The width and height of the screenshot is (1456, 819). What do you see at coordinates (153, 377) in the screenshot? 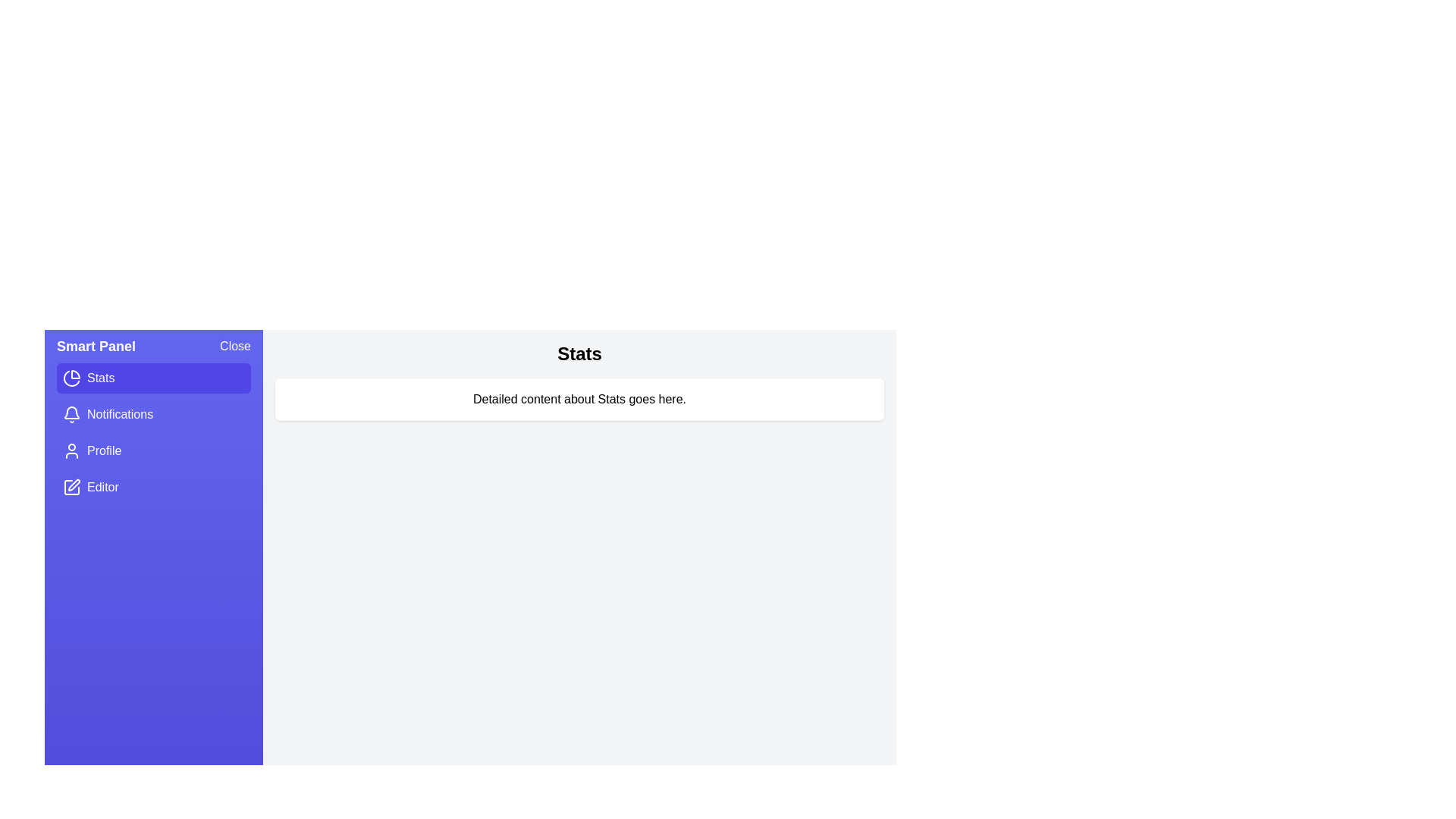
I see `the Stats section in the menu` at bounding box center [153, 377].